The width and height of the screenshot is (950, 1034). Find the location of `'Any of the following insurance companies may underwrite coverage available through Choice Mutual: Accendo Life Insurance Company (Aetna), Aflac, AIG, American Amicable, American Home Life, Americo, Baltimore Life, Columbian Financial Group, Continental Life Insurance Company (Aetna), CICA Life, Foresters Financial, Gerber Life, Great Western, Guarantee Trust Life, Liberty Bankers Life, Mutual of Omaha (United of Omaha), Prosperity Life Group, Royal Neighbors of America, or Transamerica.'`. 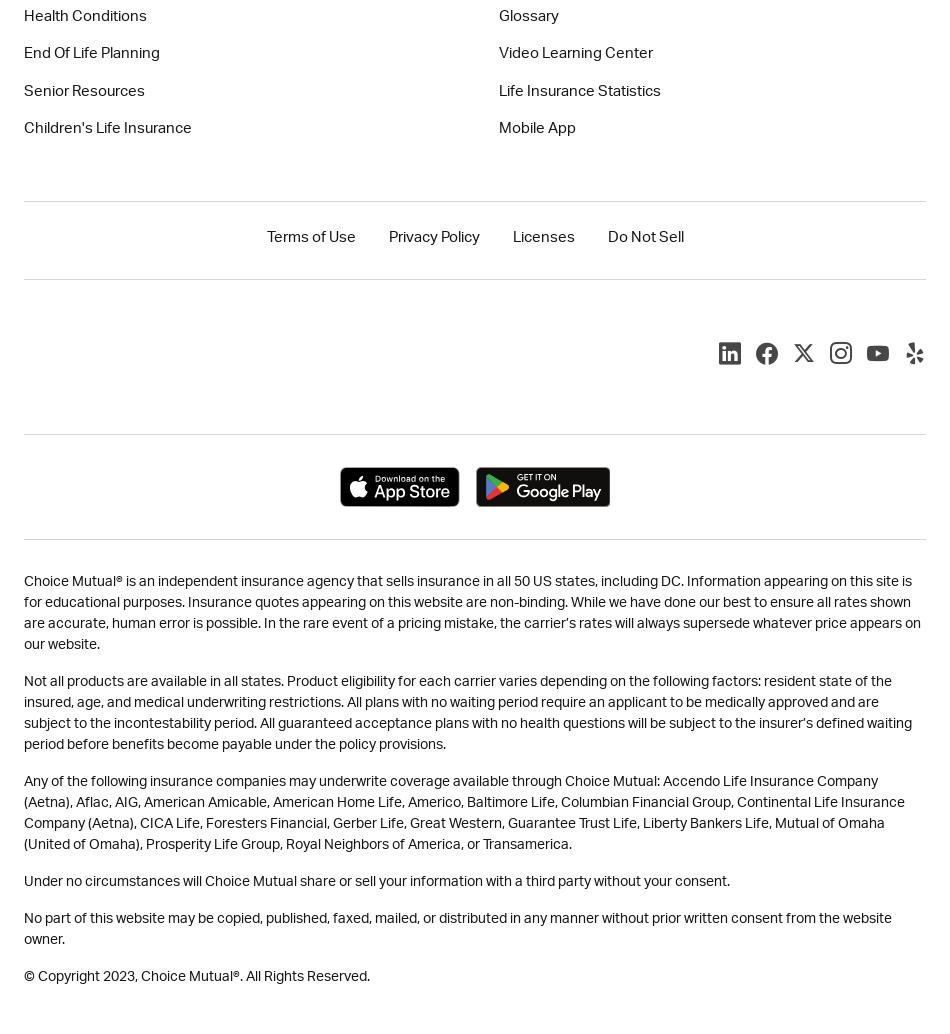

'Any of the following insurance companies may underwrite coverage available through Choice Mutual: Accendo Life Insurance Company (Aetna), Aflac, AIG, American Amicable, American Home Life, Americo, Baltimore Life, Columbian Financial Group, Continental Life Insurance Company (Aetna), CICA Life, Foresters Financial, Gerber Life, Great Western, Guarantee Trust Life, Liberty Bankers Life, Mutual of Omaha (United of Omaha), Prosperity Life Group, Royal Neighbors of America, or Transamerica.' is located at coordinates (463, 811).